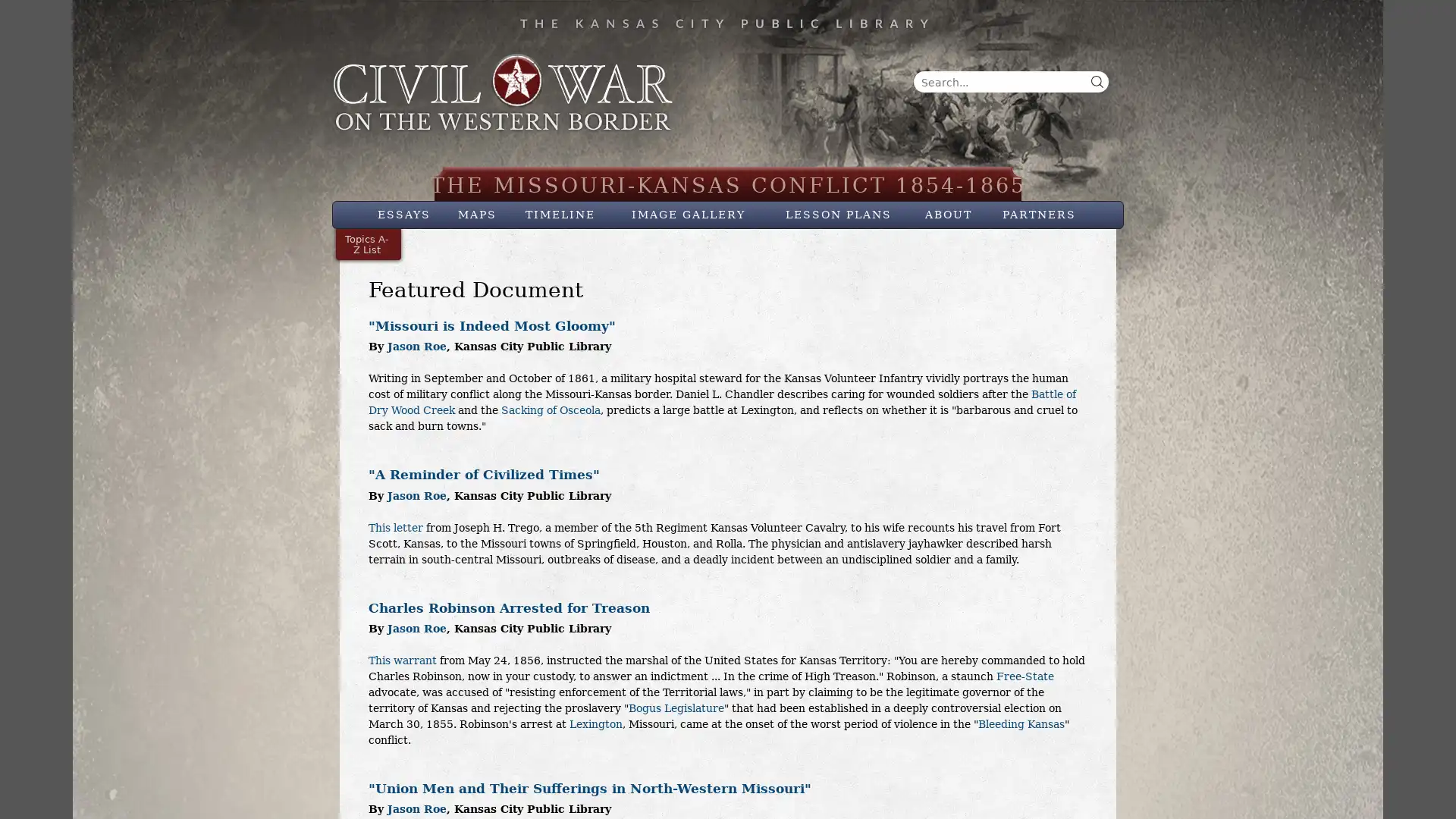  What do you see at coordinates (1099, 82) in the screenshot?
I see `Search` at bounding box center [1099, 82].